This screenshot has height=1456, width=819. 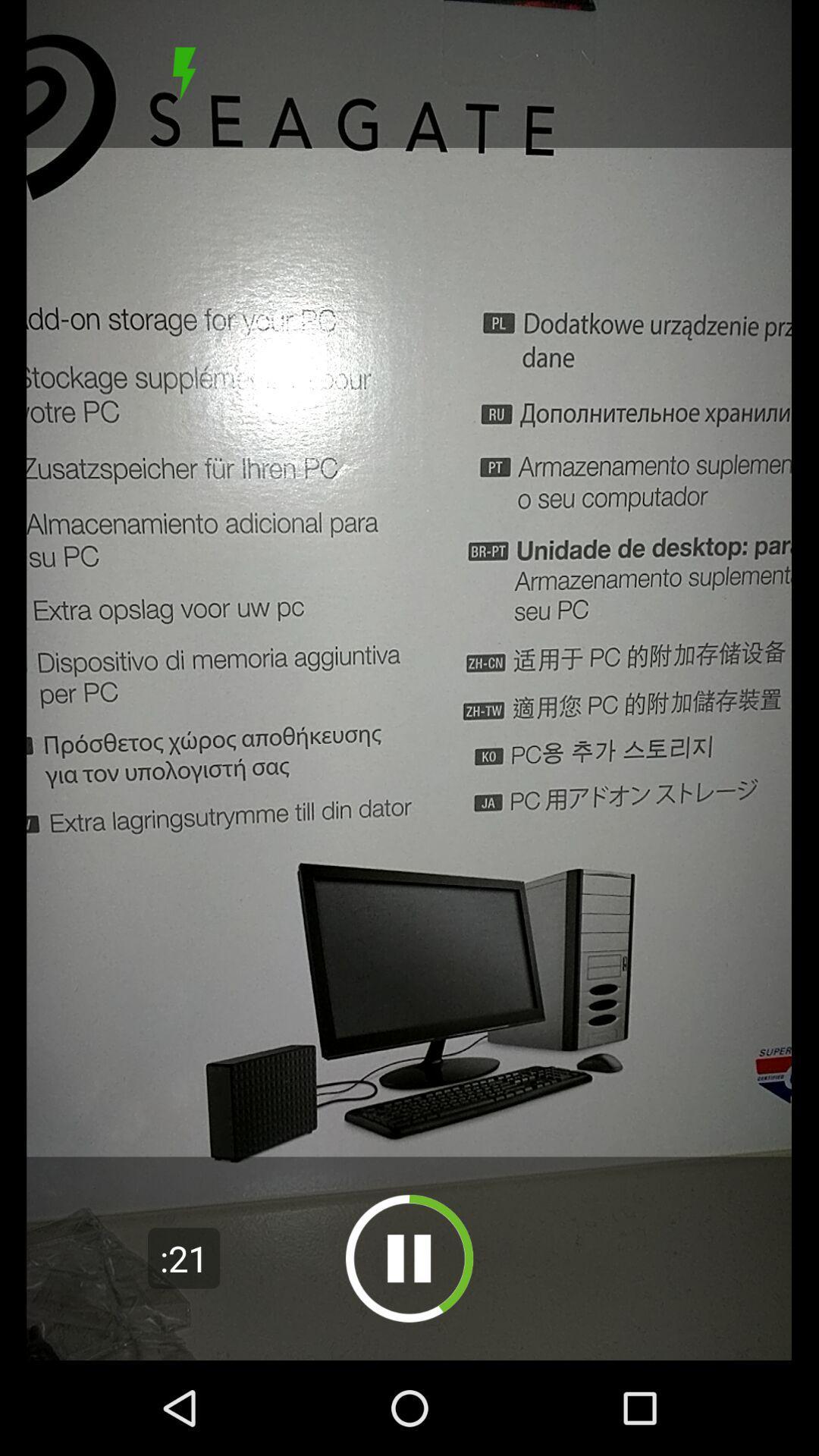 I want to click on the pause icon, so click(x=409, y=1258).